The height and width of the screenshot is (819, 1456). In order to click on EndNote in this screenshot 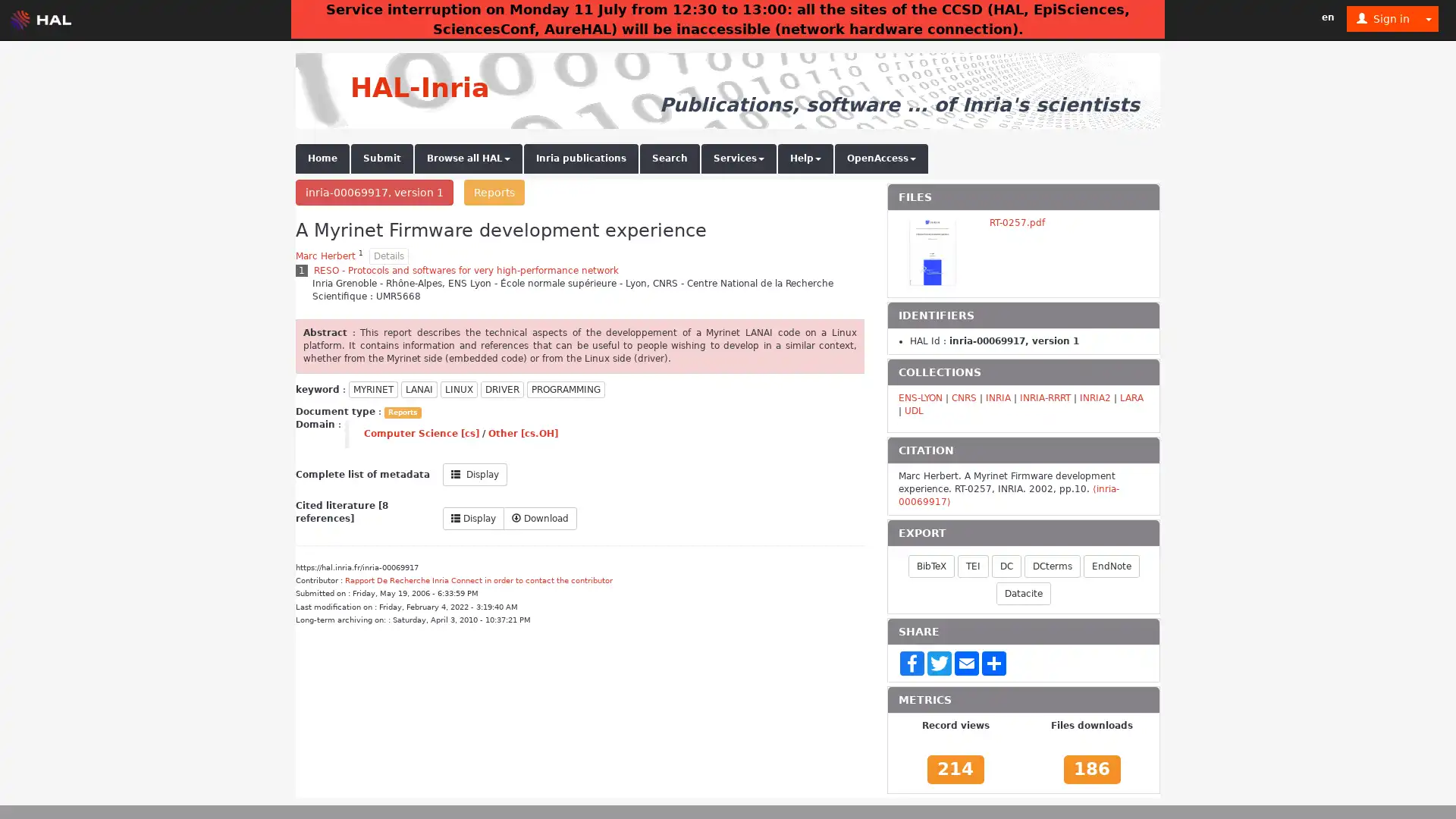, I will do `click(1110, 565)`.